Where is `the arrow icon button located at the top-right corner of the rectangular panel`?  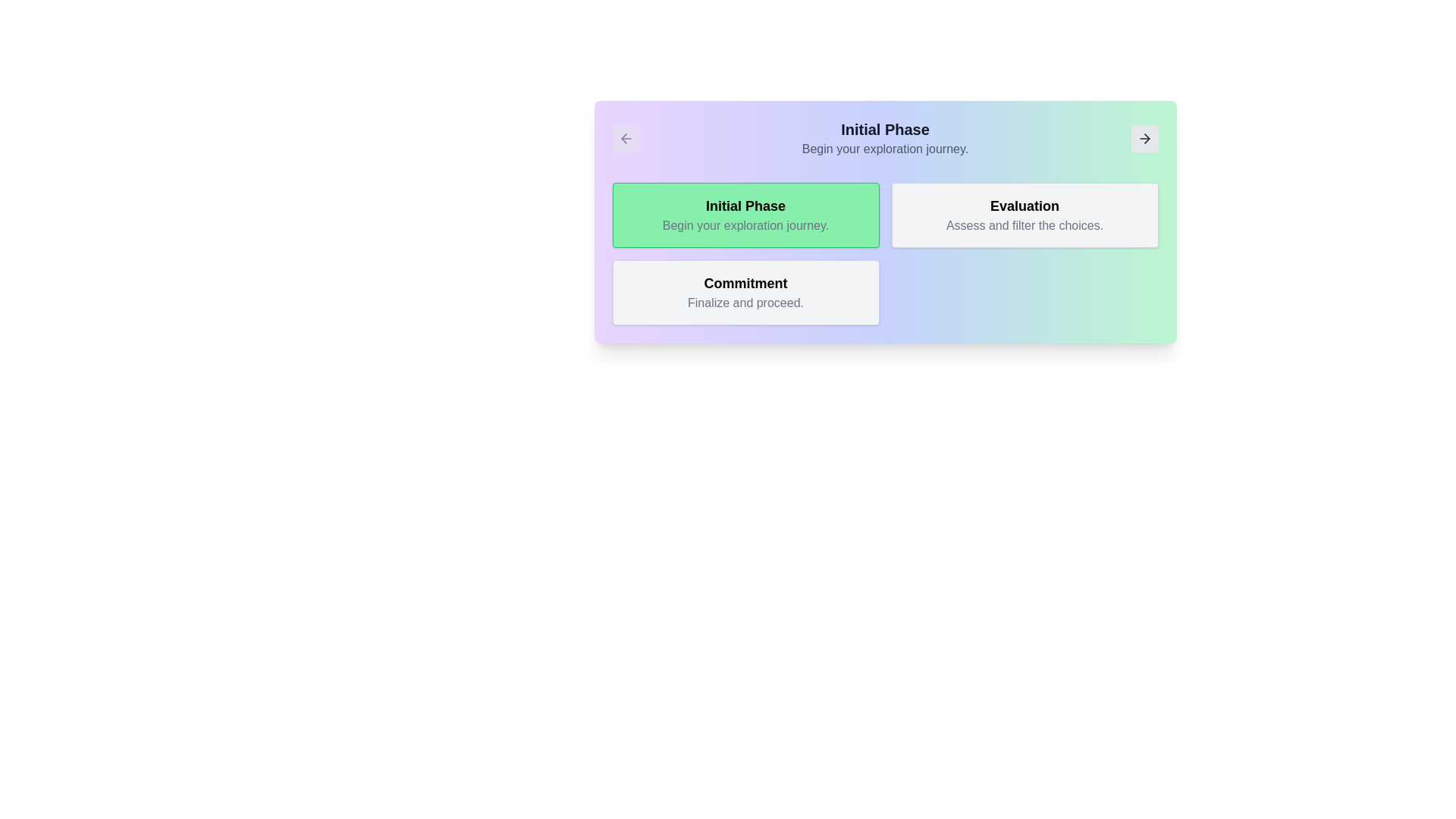
the arrow icon button located at the top-right corner of the rectangular panel is located at coordinates (1144, 138).